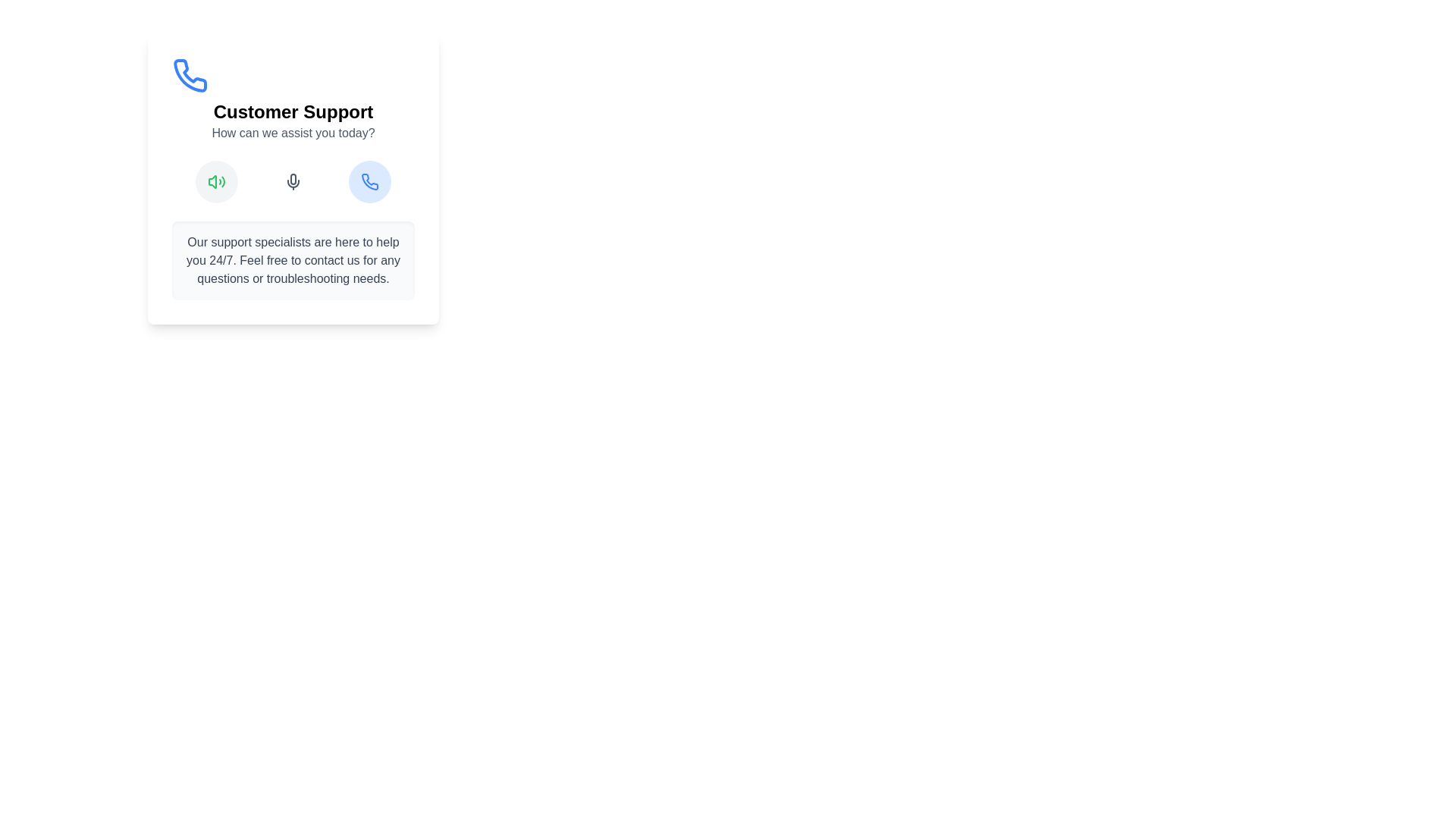 This screenshot has height=819, width=1456. What do you see at coordinates (190, 75) in the screenshot?
I see `the blue telephone receiver icon within the circular button to initiate a call or access telephonic support` at bounding box center [190, 75].